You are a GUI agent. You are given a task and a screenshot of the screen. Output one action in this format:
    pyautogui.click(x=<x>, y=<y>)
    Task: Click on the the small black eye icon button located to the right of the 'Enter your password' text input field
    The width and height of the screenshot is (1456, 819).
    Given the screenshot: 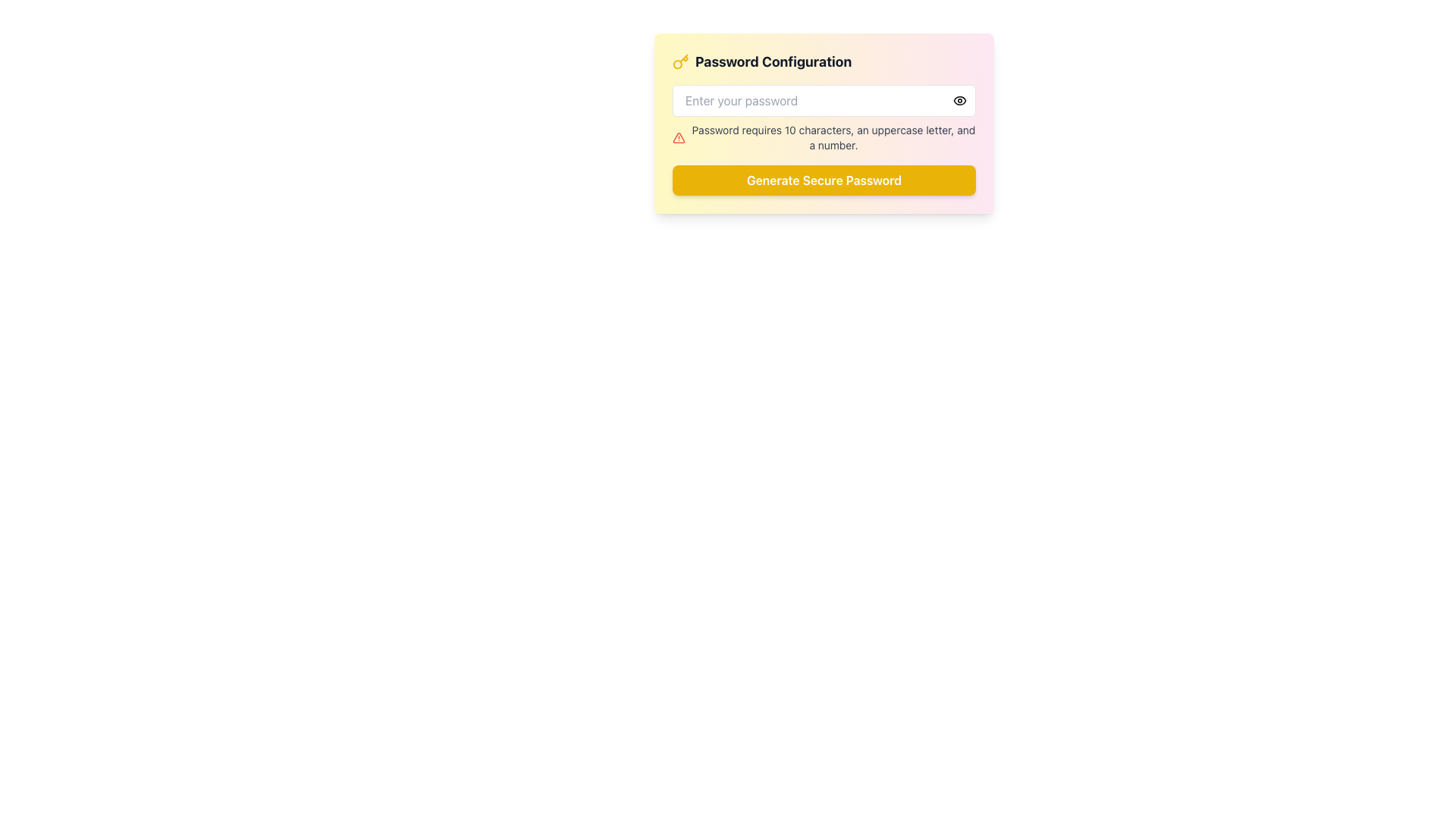 What is the action you would take?
    pyautogui.click(x=959, y=100)
    